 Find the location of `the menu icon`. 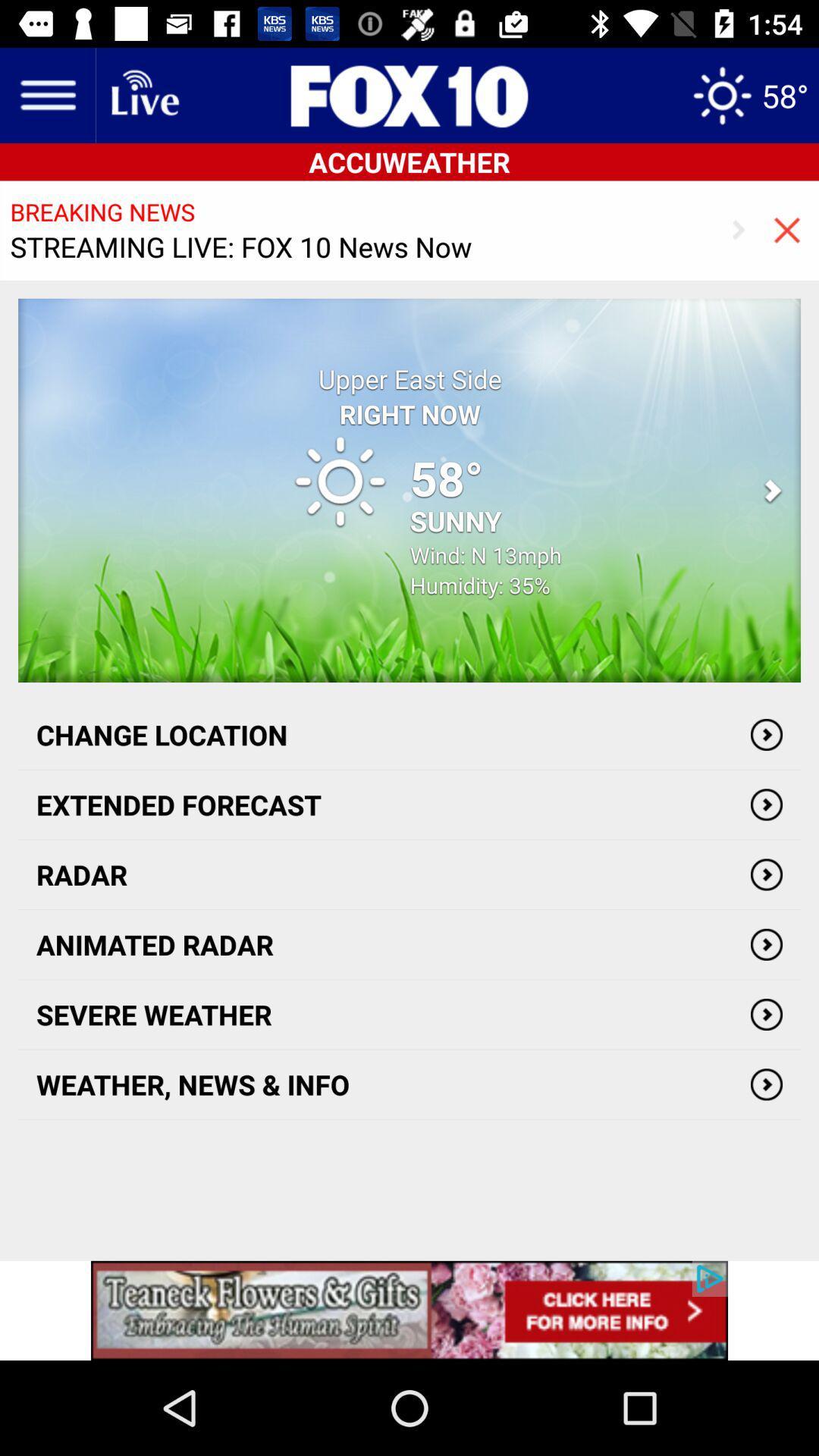

the menu icon is located at coordinates (46, 94).